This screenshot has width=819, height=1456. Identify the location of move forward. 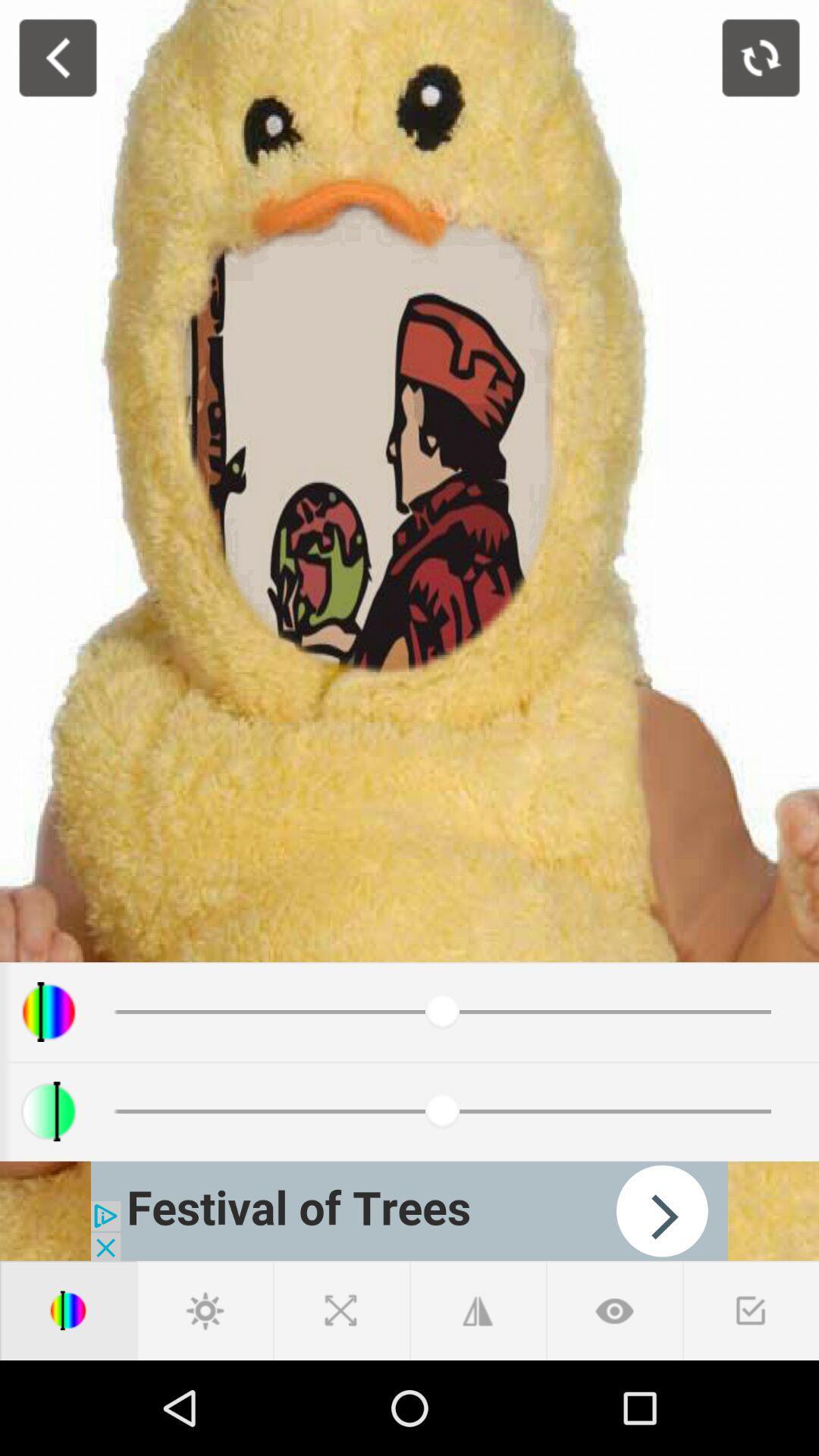
(409, 1210).